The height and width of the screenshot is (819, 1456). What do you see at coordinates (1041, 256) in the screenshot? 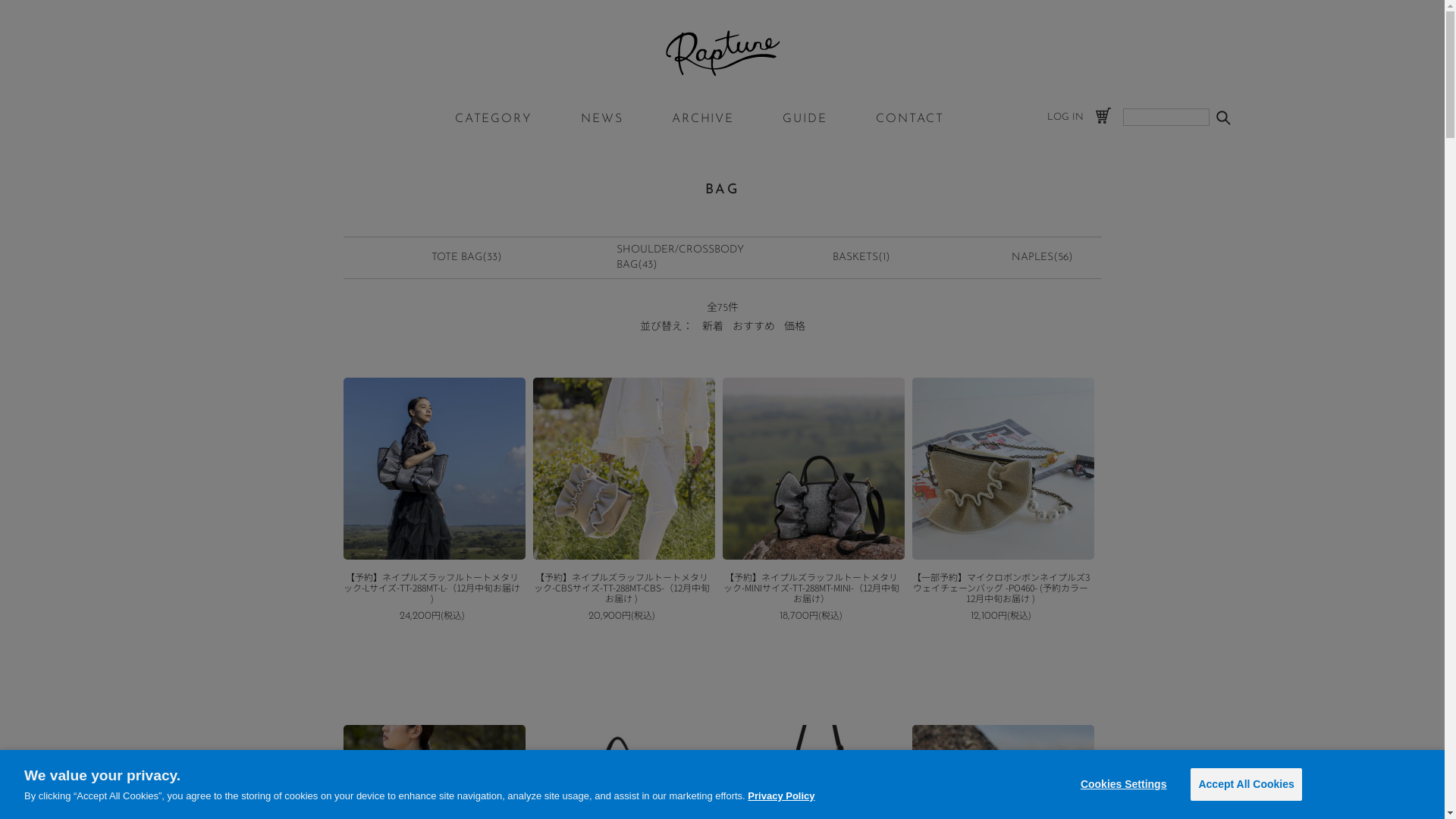
I see `'NAPLES(56)'` at bounding box center [1041, 256].